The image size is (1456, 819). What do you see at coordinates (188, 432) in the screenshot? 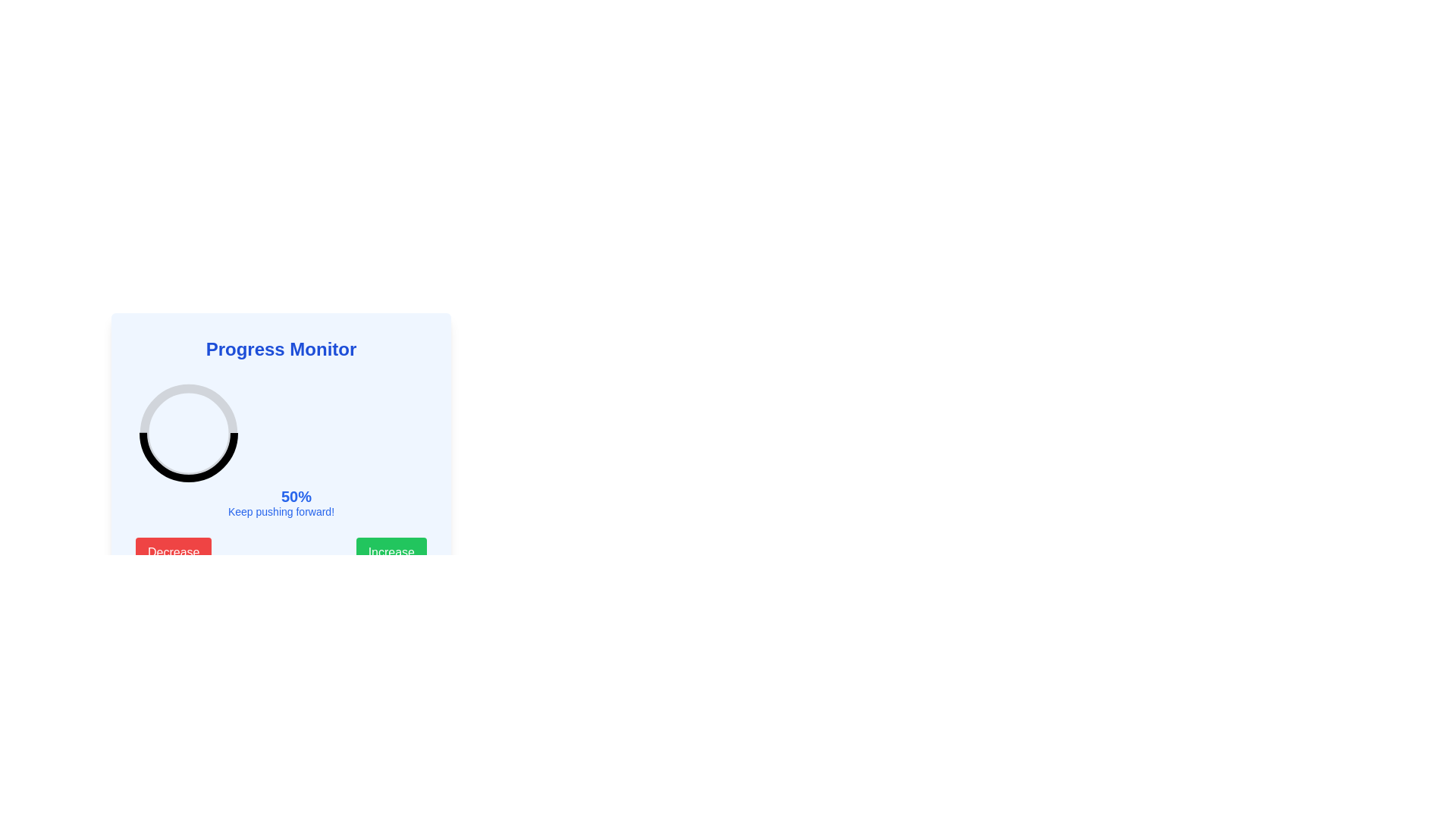
I see `the progress represented by the green-stroked Progress Arc located at the center of the card labeled 'Progress Monitor', positioned above the '50%' text` at bounding box center [188, 432].